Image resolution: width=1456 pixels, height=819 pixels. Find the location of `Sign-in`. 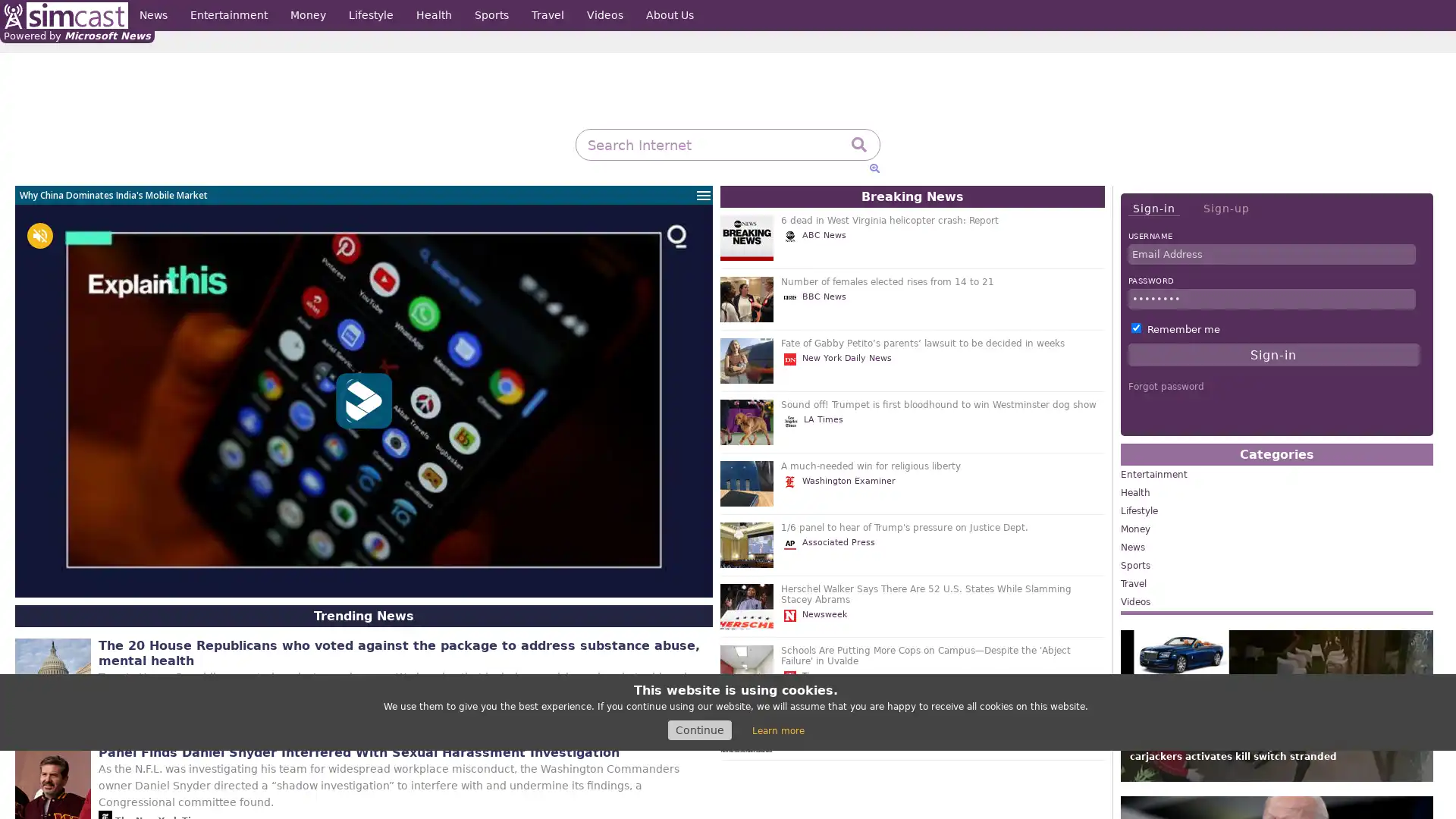

Sign-in is located at coordinates (1273, 354).